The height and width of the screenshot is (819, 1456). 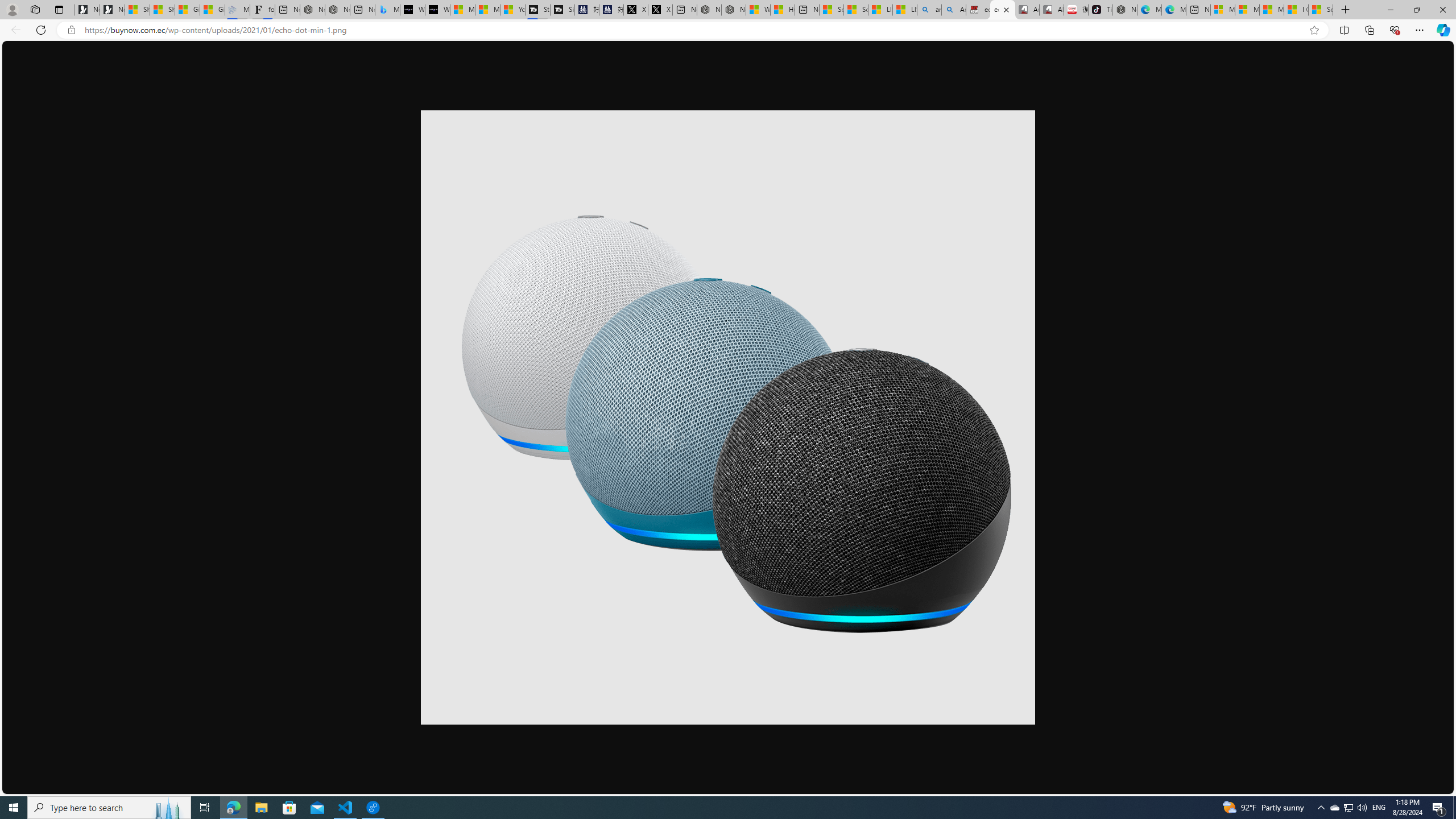 What do you see at coordinates (1296, 9) in the screenshot?
I see `'I Gained 20 Pounds of Muscle in 30 Days! | Watch'` at bounding box center [1296, 9].